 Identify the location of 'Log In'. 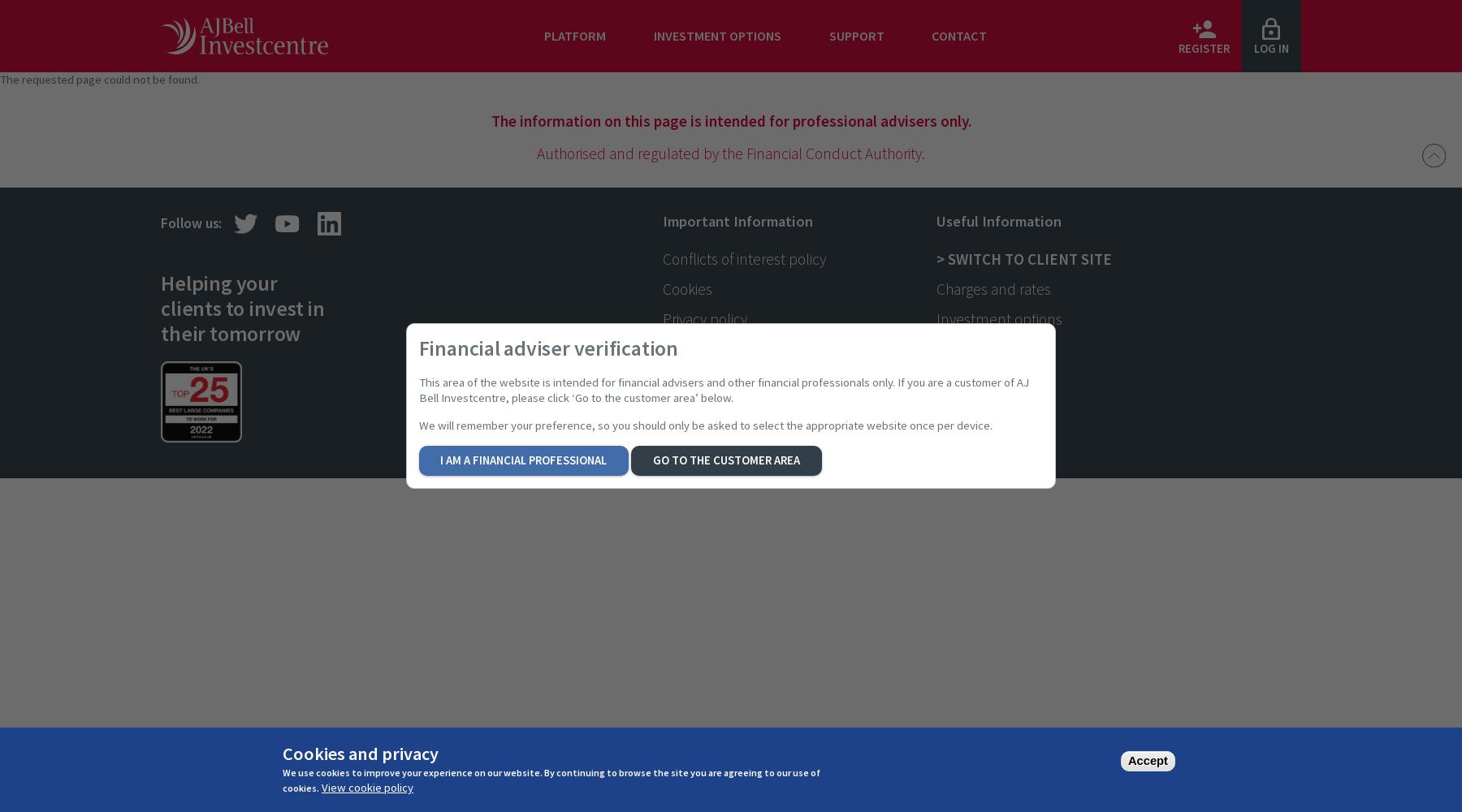
(1270, 49).